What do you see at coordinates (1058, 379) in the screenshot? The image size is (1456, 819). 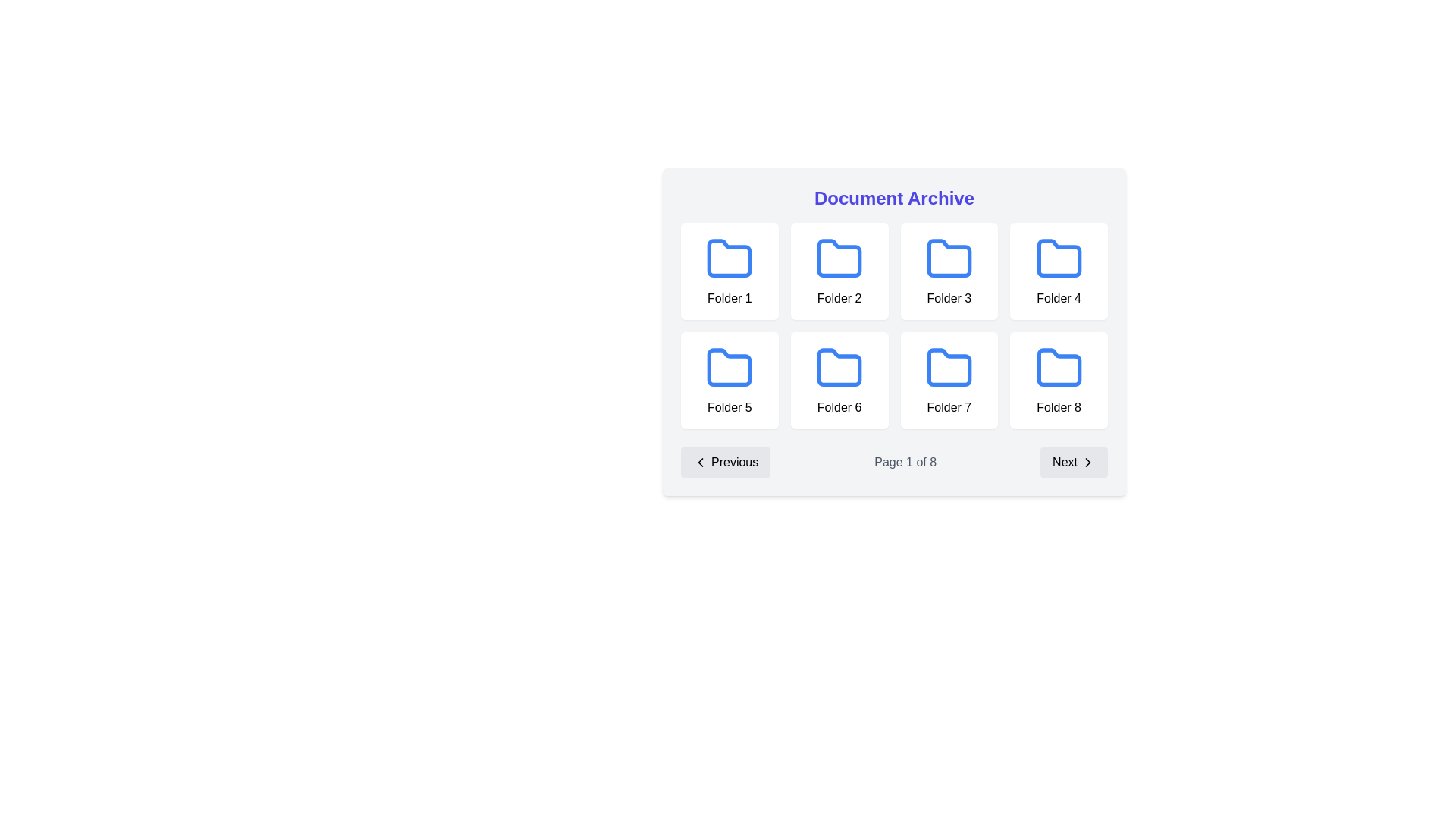 I see `the folder icon labeled as 'Folder 8', located in the fourth position on the second row of the folder display grid` at bounding box center [1058, 379].